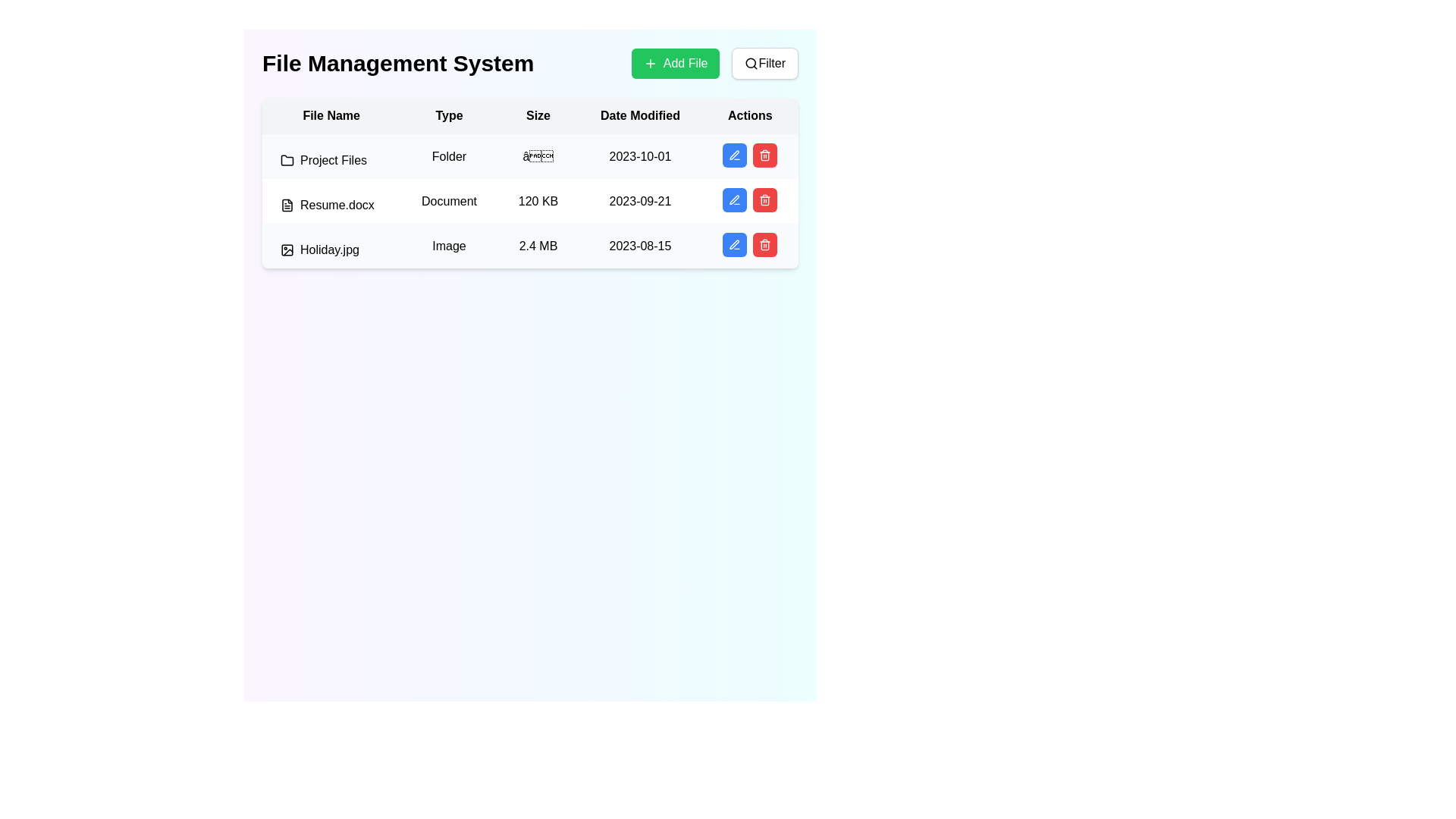 This screenshot has height=819, width=1456. What do you see at coordinates (287, 205) in the screenshot?
I see `the small file icon resembling a document, which has a black outline and white background, located to the left of the text 'Resume.docx' in the 'File Name' column of the table` at bounding box center [287, 205].